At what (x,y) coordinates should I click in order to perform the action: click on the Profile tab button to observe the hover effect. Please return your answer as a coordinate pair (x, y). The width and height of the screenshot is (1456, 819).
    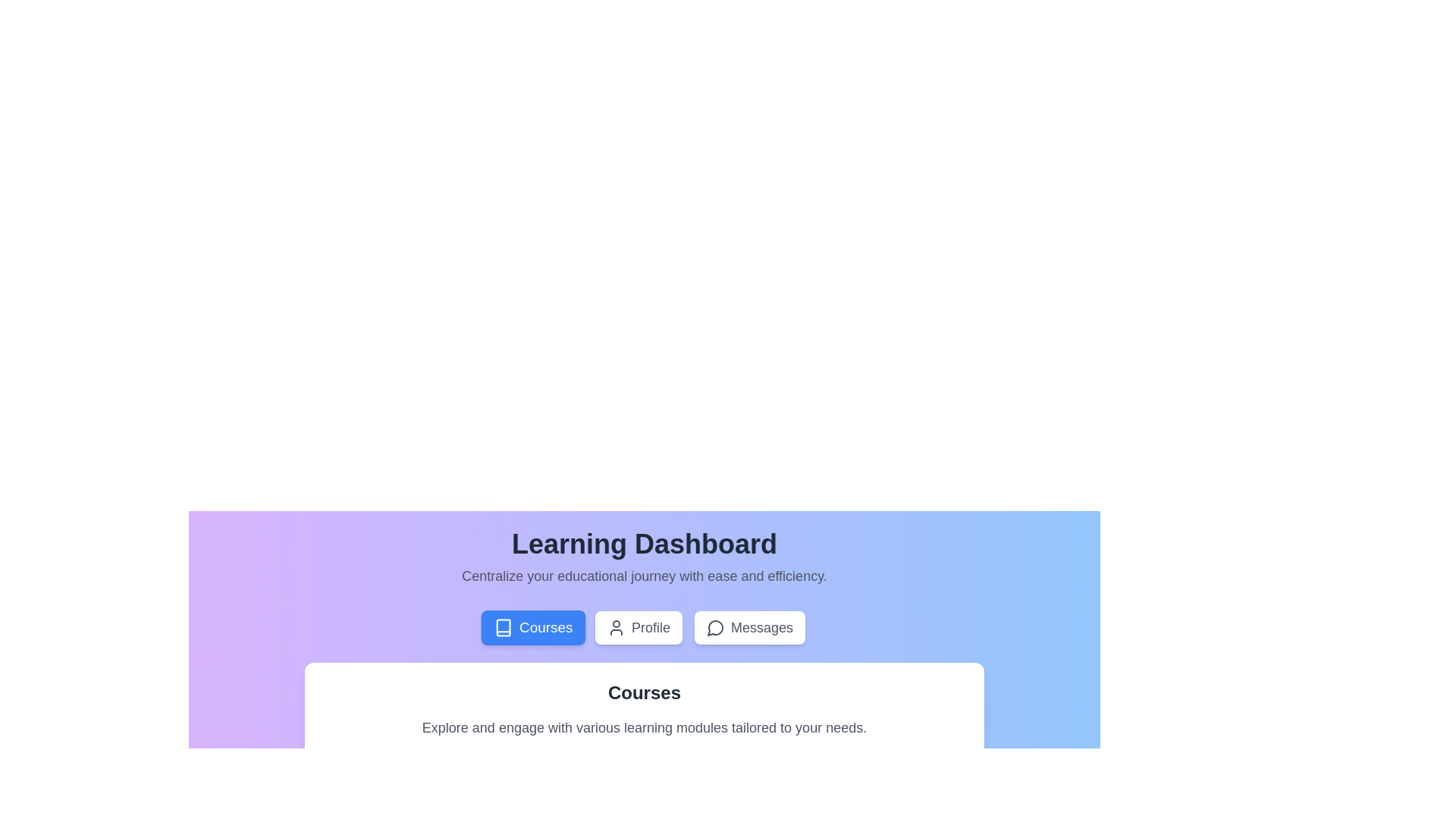
    Looking at the image, I should click on (639, 628).